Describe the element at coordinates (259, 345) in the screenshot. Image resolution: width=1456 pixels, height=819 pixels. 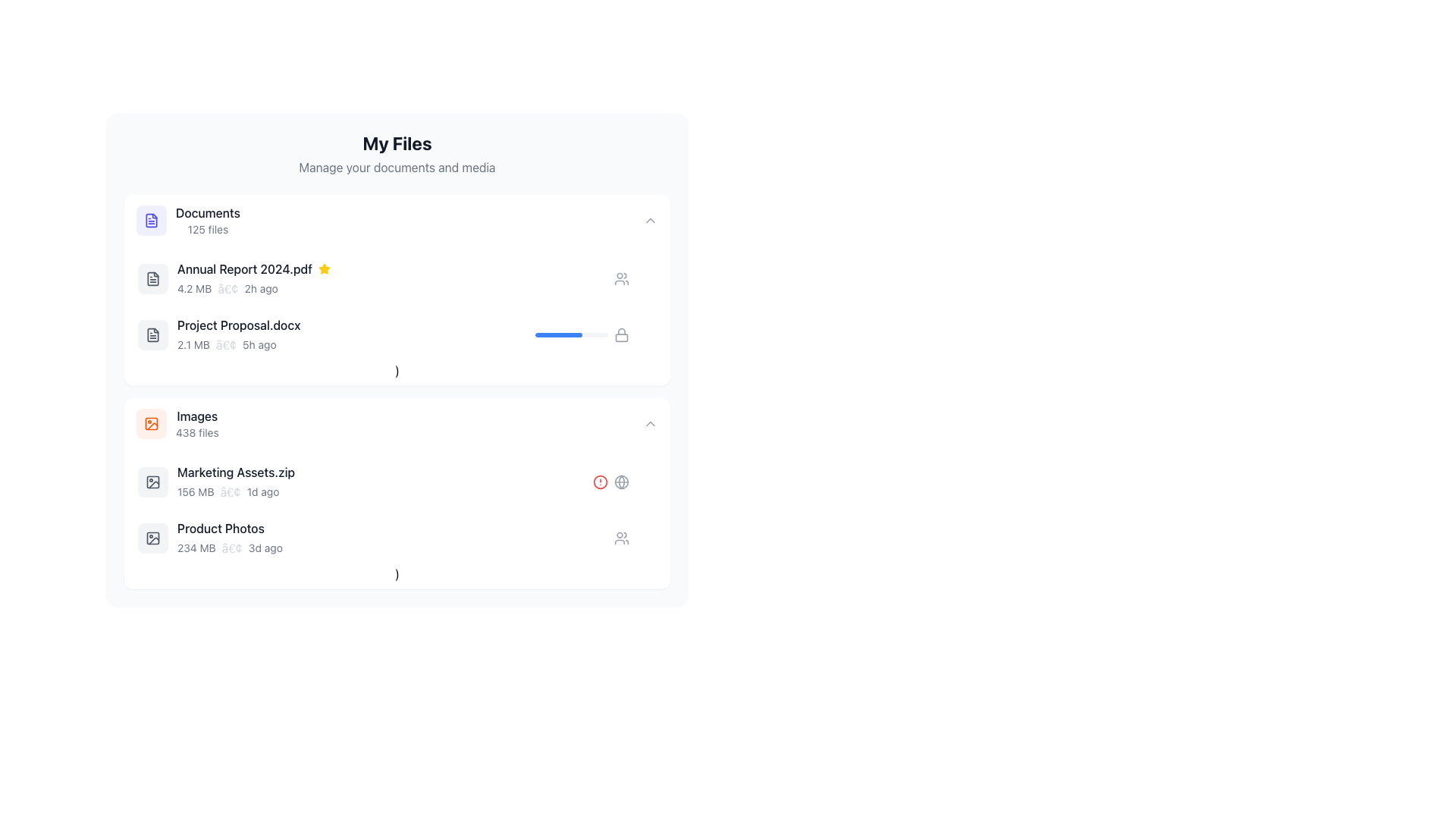
I see `the text label indicating the last modified time of the 'Project Proposal.docx' document` at that location.